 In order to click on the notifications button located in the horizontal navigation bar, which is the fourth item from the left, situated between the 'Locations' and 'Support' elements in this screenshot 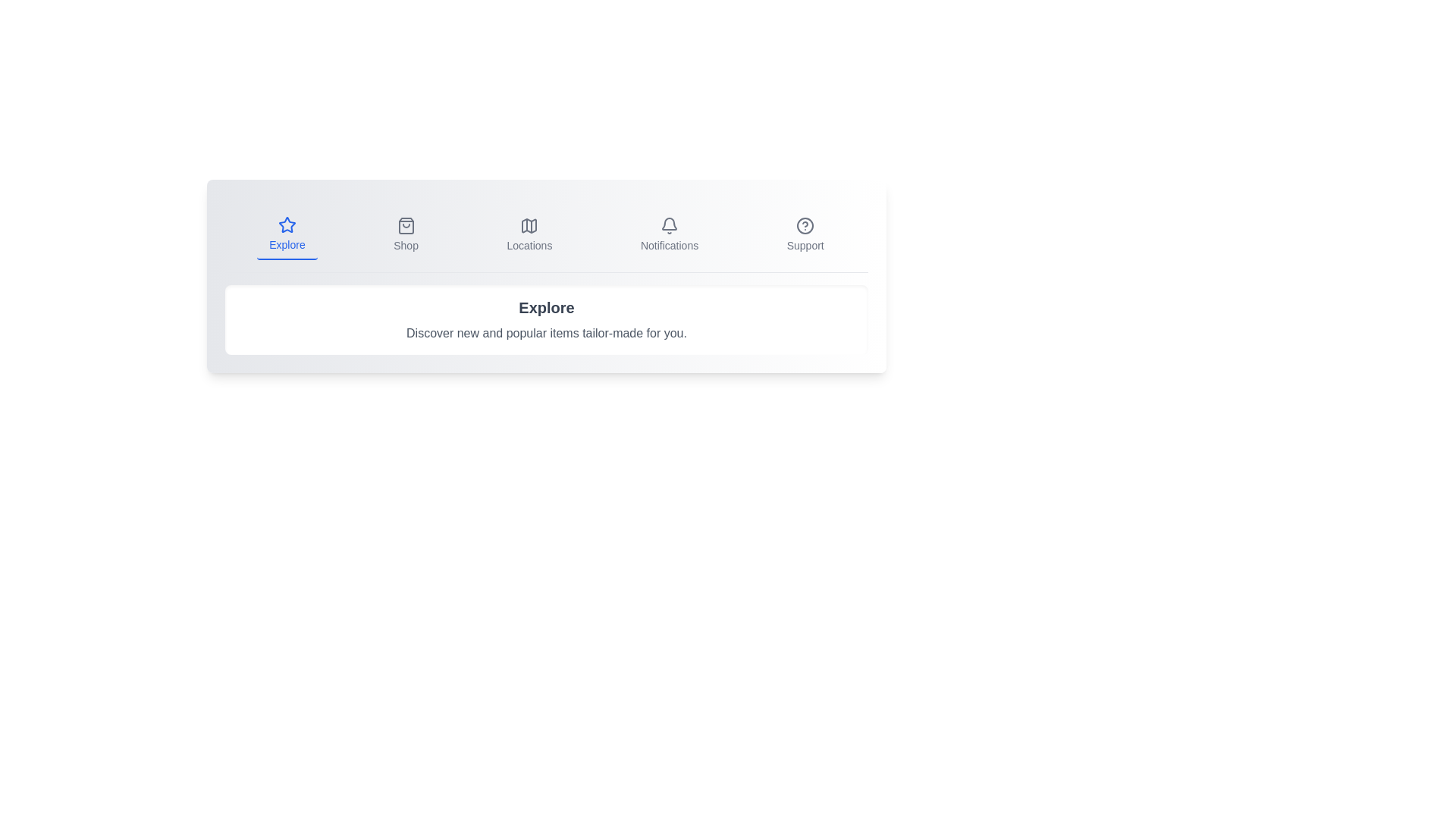, I will do `click(669, 234)`.